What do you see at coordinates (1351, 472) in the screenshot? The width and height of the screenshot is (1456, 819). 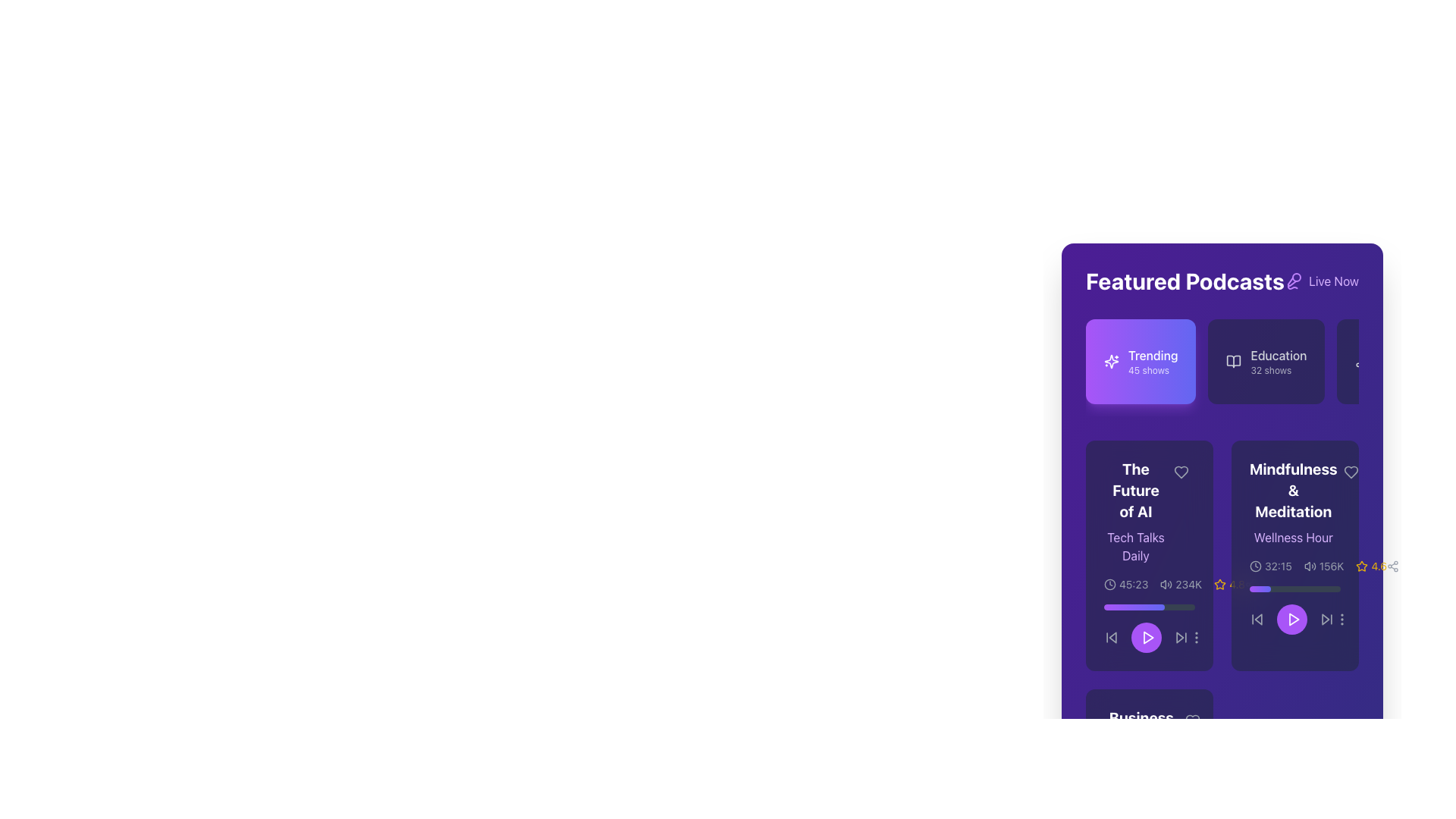 I see `the favorite button located at the top-right corner of the 'Mindfulness & Meditation' card to mark the podcast as a favorite` at bounding box center [1351, 472].